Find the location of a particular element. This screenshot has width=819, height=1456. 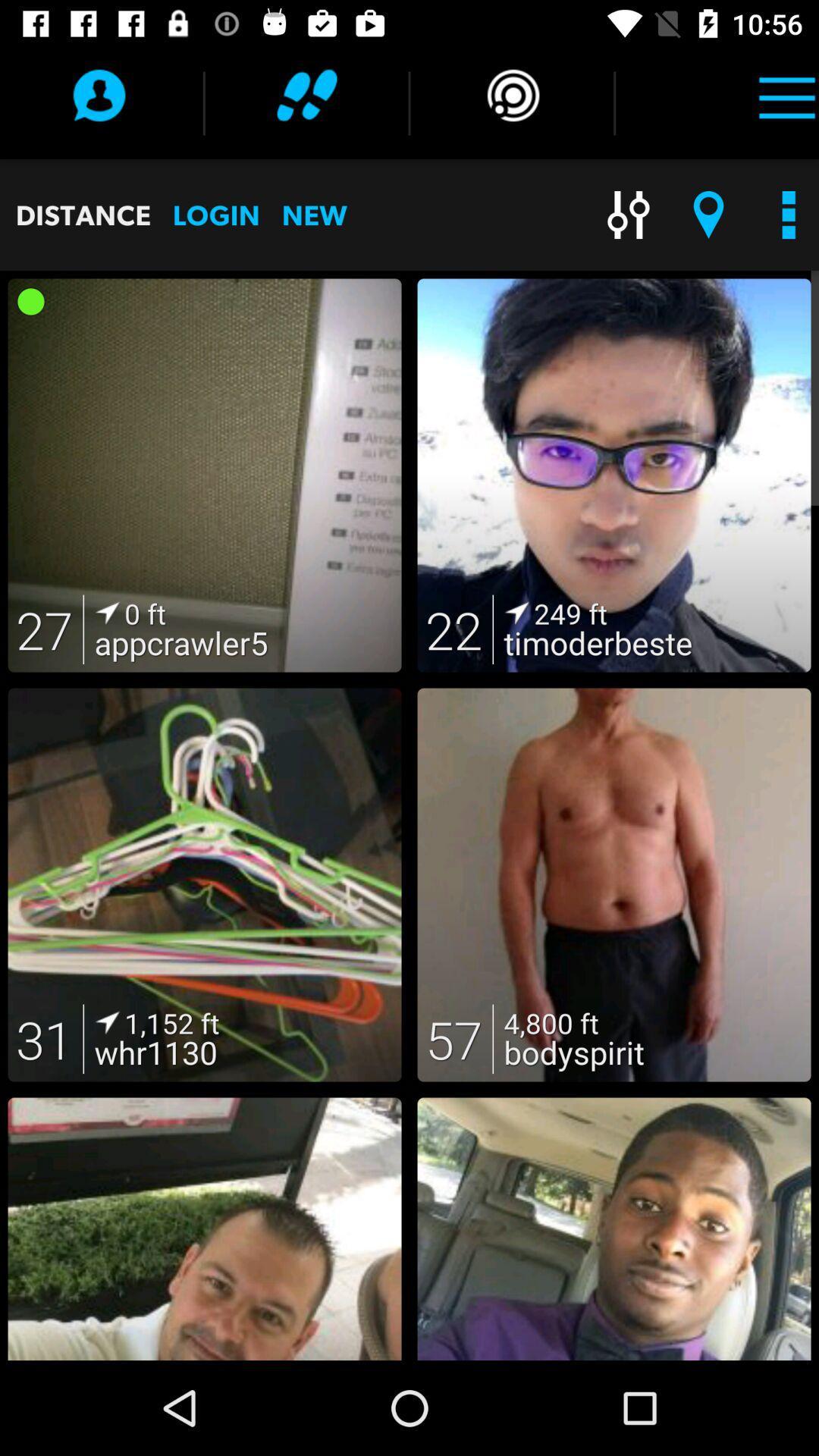

the first image is located at coordinates (205, 475).